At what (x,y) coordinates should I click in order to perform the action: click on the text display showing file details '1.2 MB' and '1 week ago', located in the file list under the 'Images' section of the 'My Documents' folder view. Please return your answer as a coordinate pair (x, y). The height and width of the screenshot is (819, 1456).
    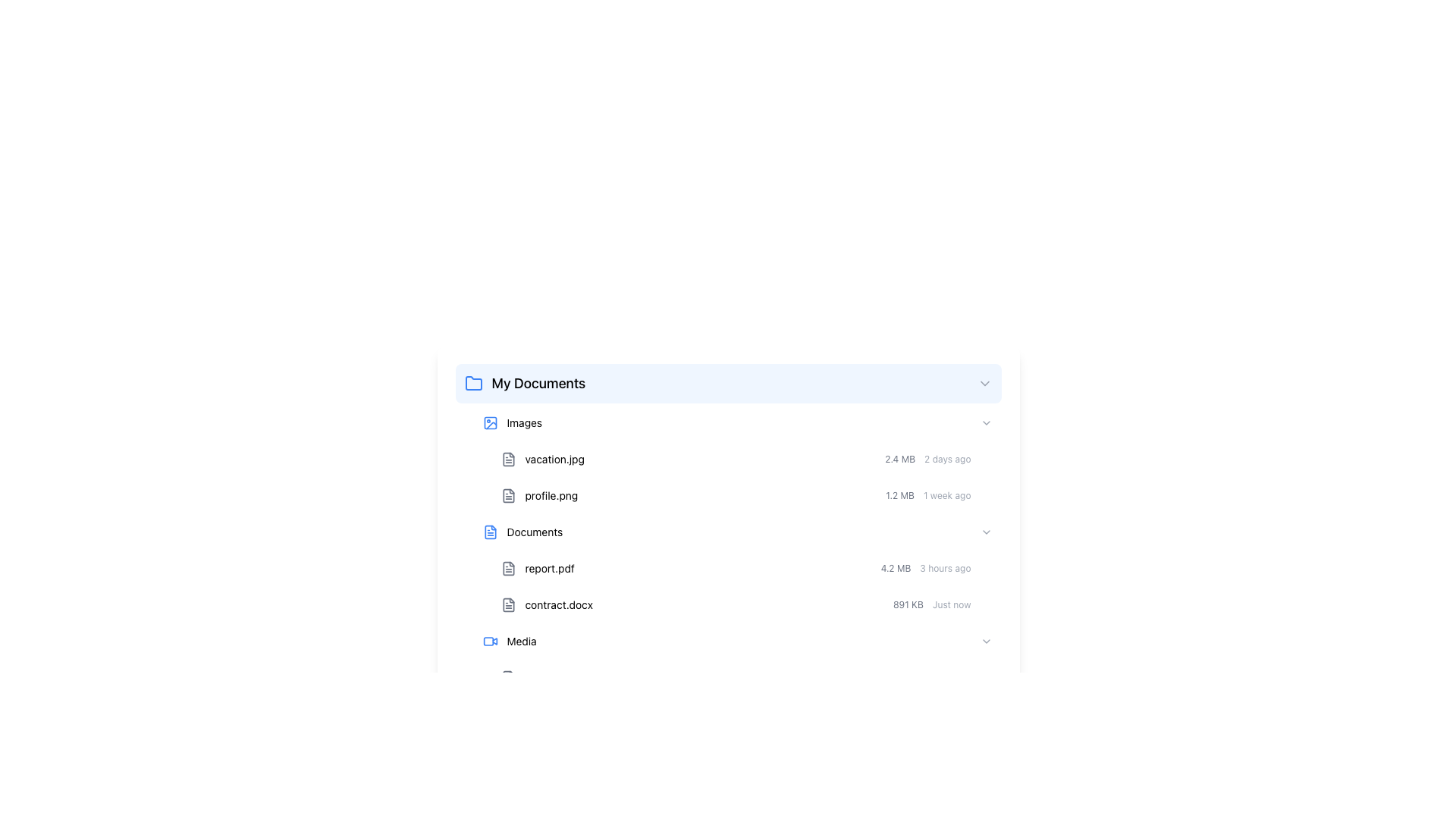
    Looking at the image, I should click on (938, 496).